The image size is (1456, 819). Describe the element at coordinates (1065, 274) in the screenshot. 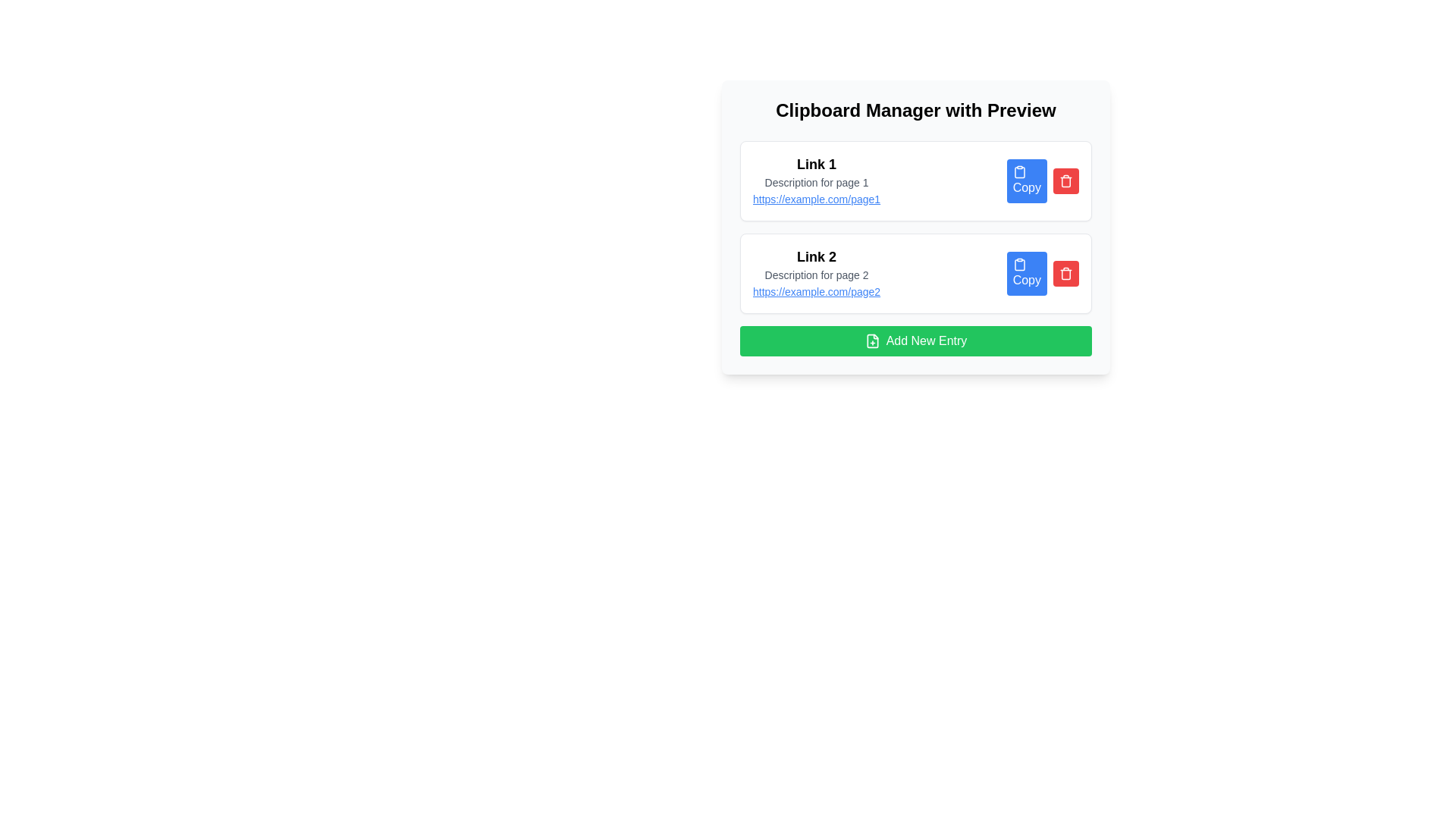

I see `the red delete button with a white trash can icon located to the right of the blue 'Copy' button in the second entry of the list` at that location.